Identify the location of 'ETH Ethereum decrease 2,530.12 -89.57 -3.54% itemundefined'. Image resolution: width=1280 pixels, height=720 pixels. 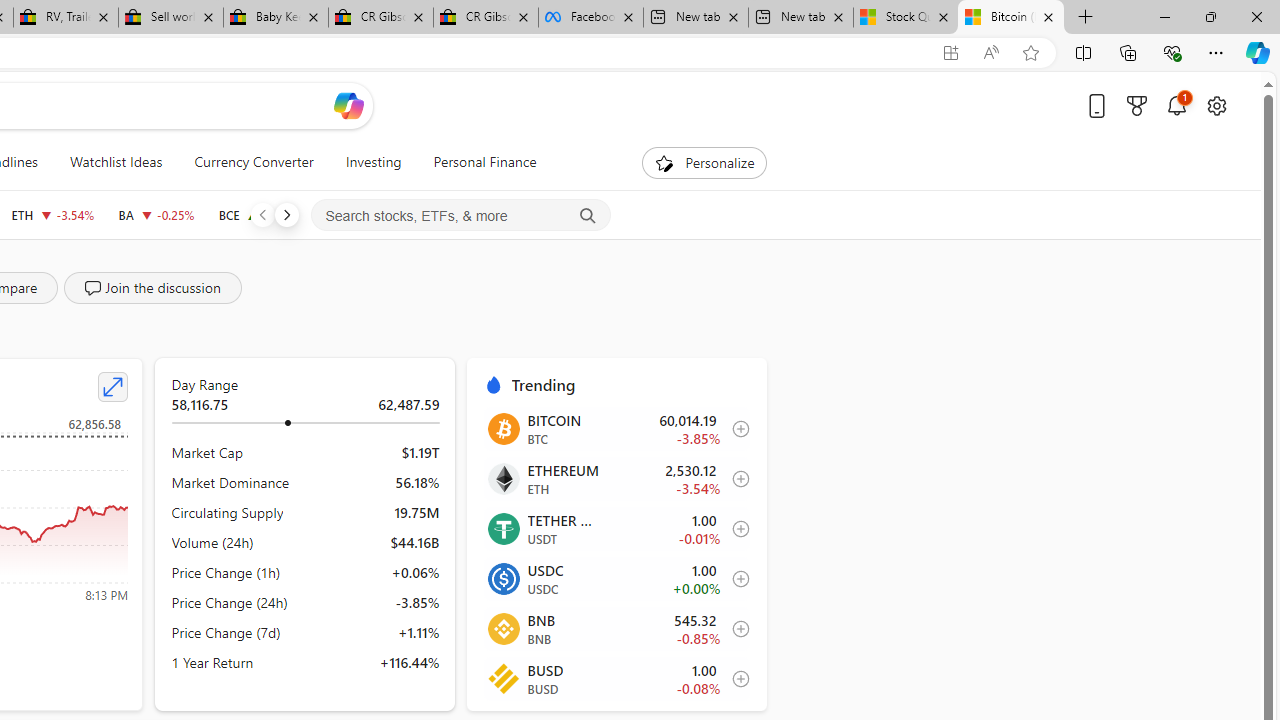
(615, 479).